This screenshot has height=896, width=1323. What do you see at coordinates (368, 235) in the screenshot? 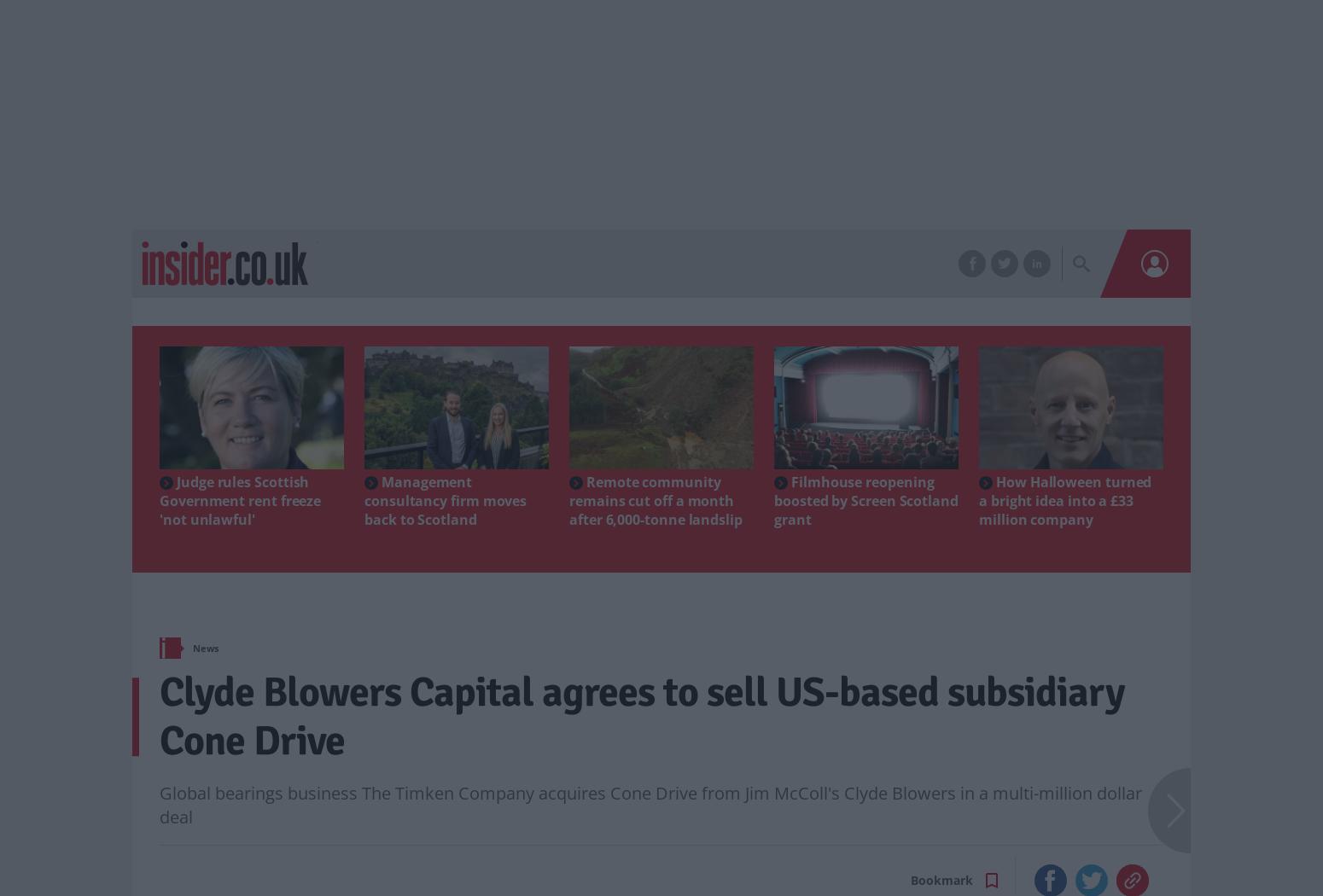
I see `'businessInsider'` at bounding box center [368, 235].